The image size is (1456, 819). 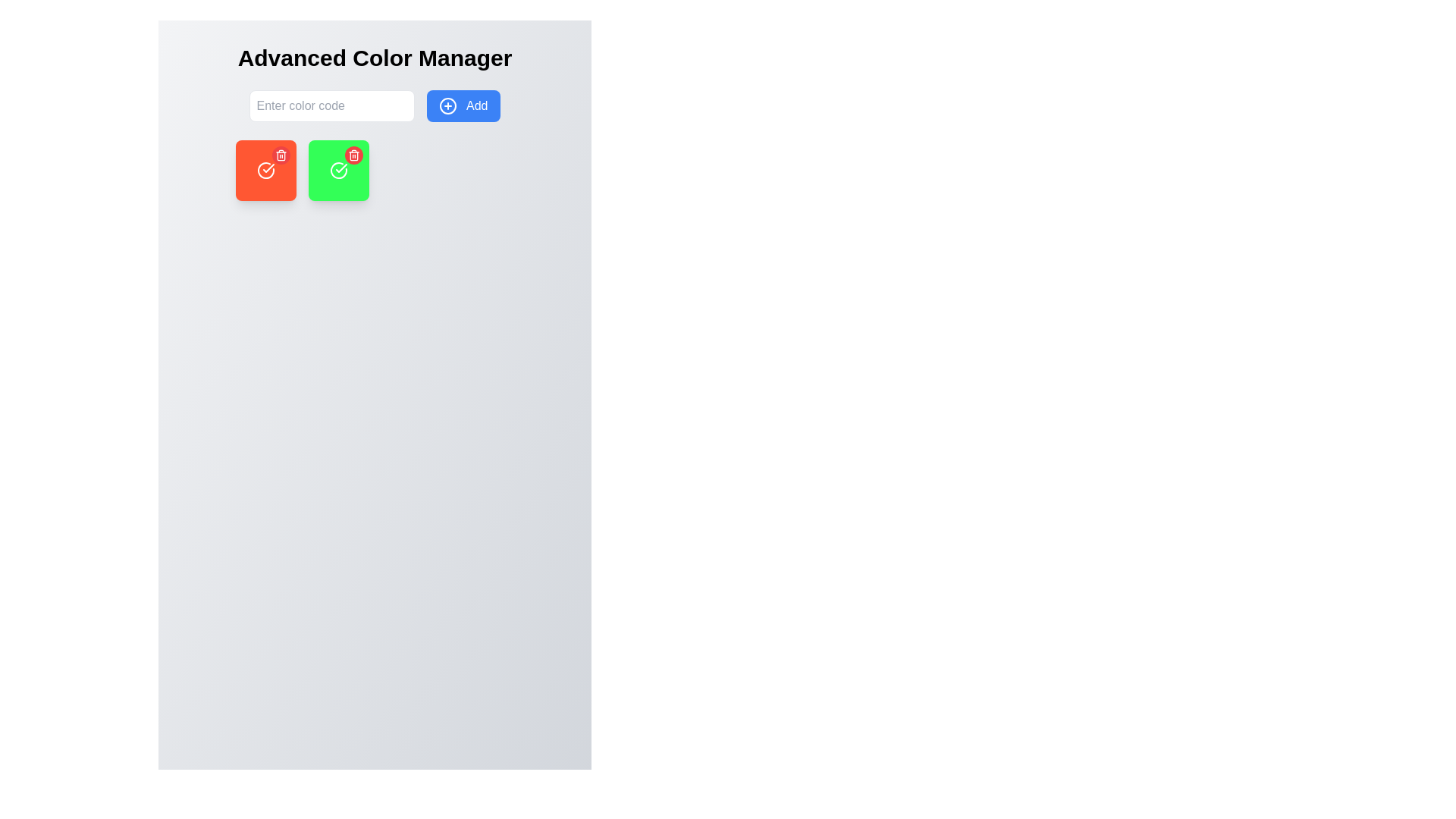 I want to click on the prominently styled header labeled 'Advanced Color Manager', which is positioned at the top center of the interface, so click(x=375, y=58).